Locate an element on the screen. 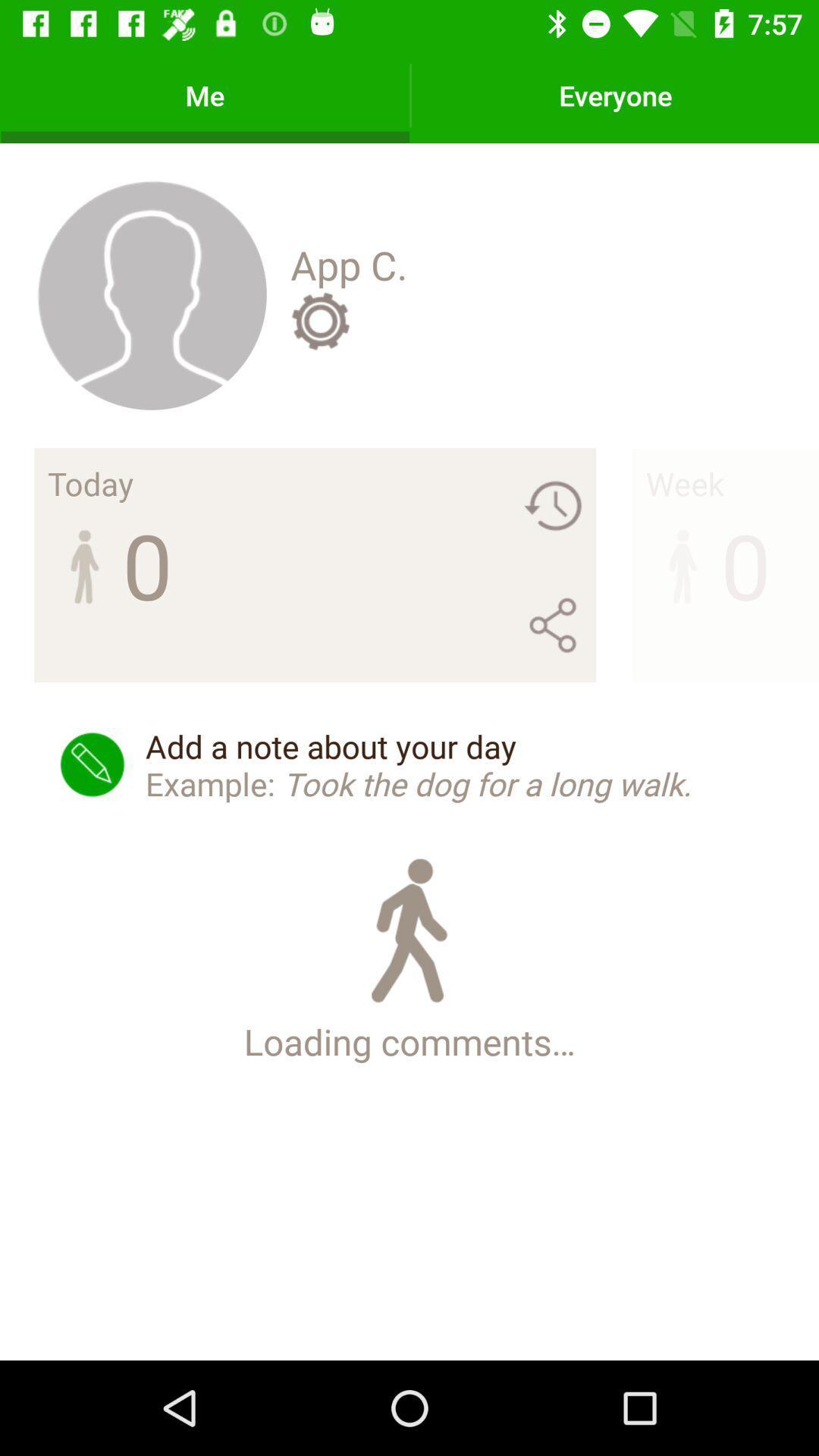  the image under today is located at coordinates (84, 563).